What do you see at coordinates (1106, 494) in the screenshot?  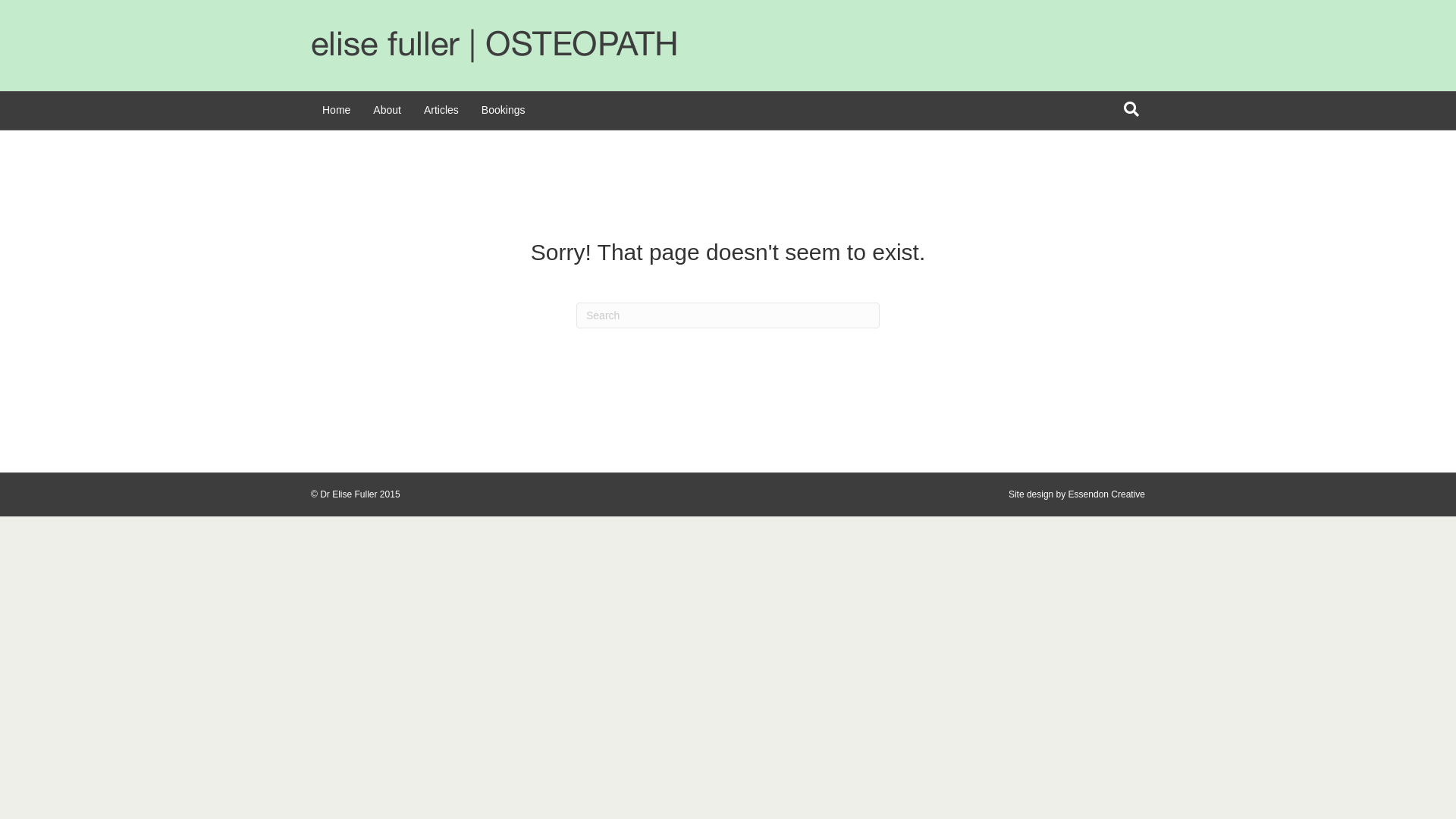 I see `'Essendon Creative'` at bounding box center [1106, 494].